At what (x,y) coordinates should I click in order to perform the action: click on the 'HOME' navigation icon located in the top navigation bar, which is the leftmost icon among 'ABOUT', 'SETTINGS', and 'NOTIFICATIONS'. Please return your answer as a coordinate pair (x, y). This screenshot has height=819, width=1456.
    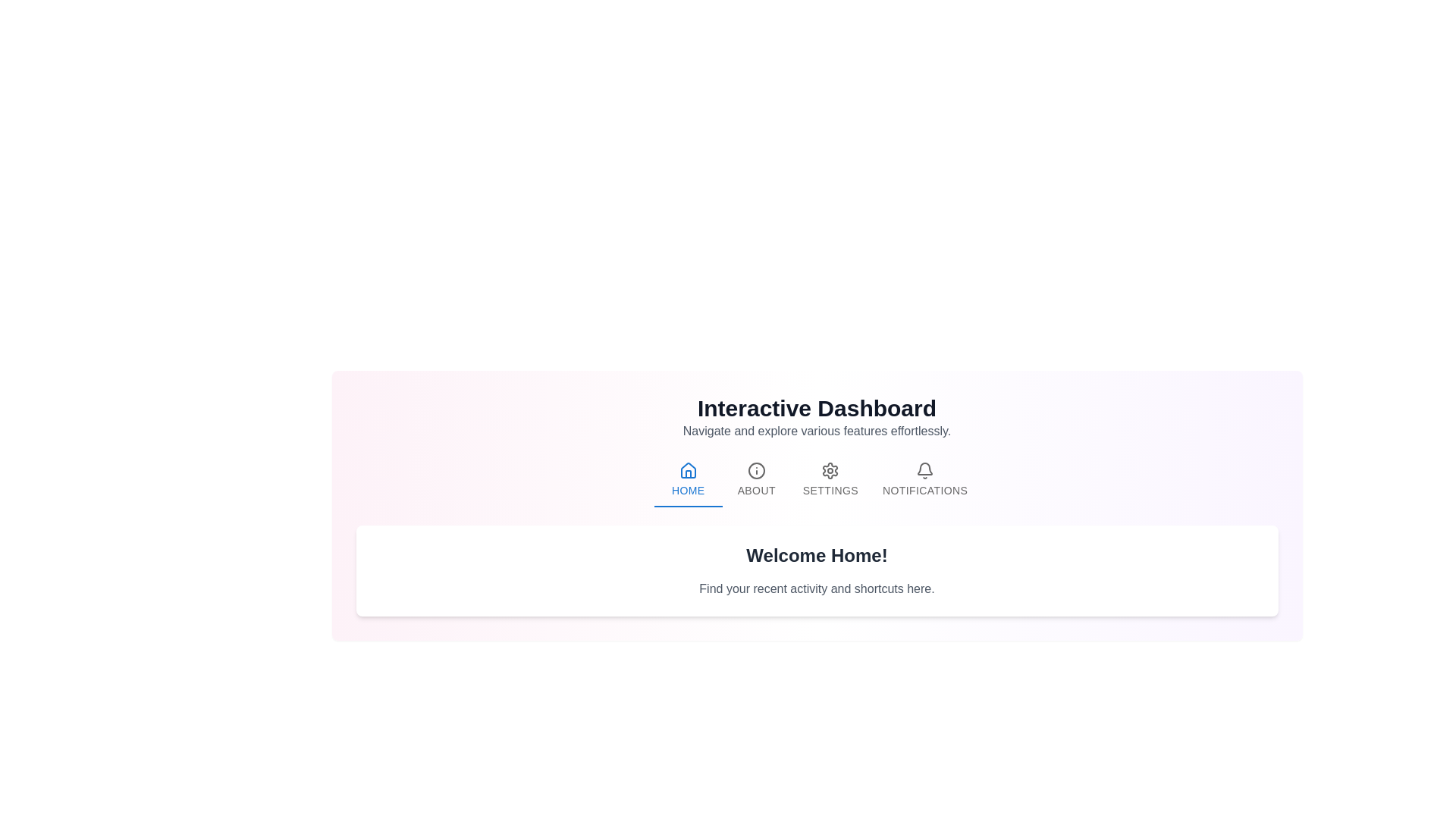
    Looking at the image, I should click on (687, 469).